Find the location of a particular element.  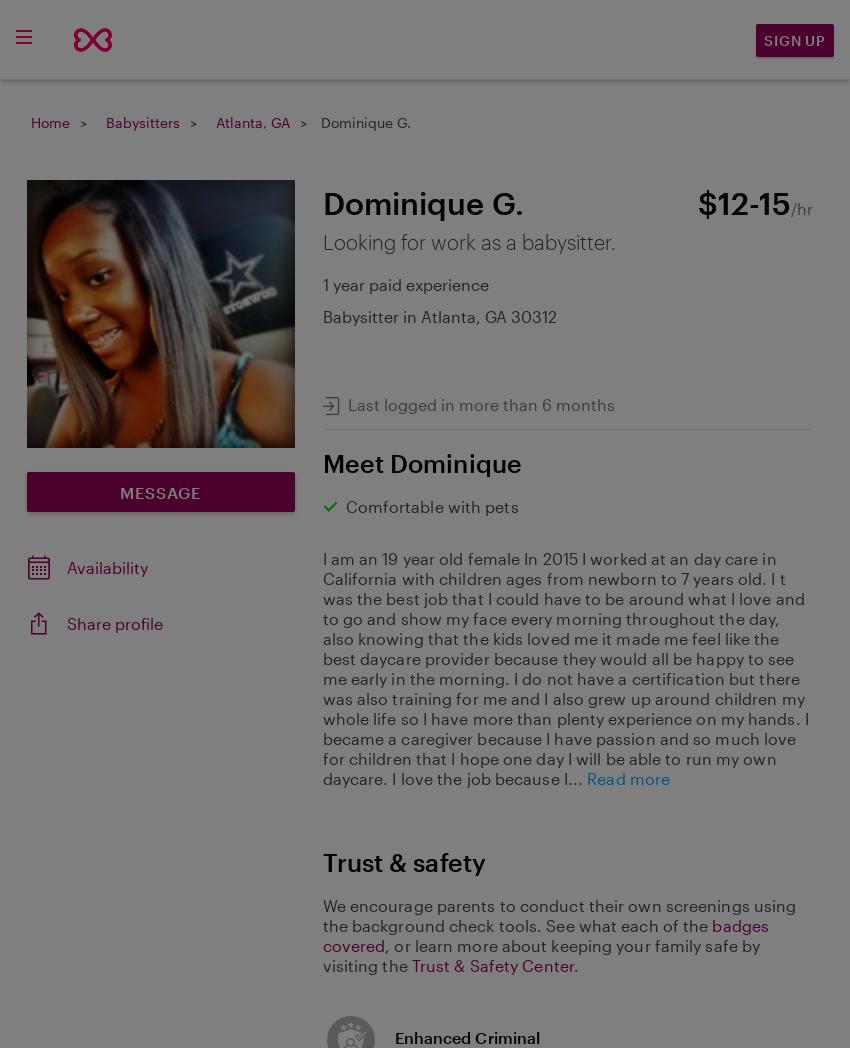

'Home' is located at coordinates (49, 121).